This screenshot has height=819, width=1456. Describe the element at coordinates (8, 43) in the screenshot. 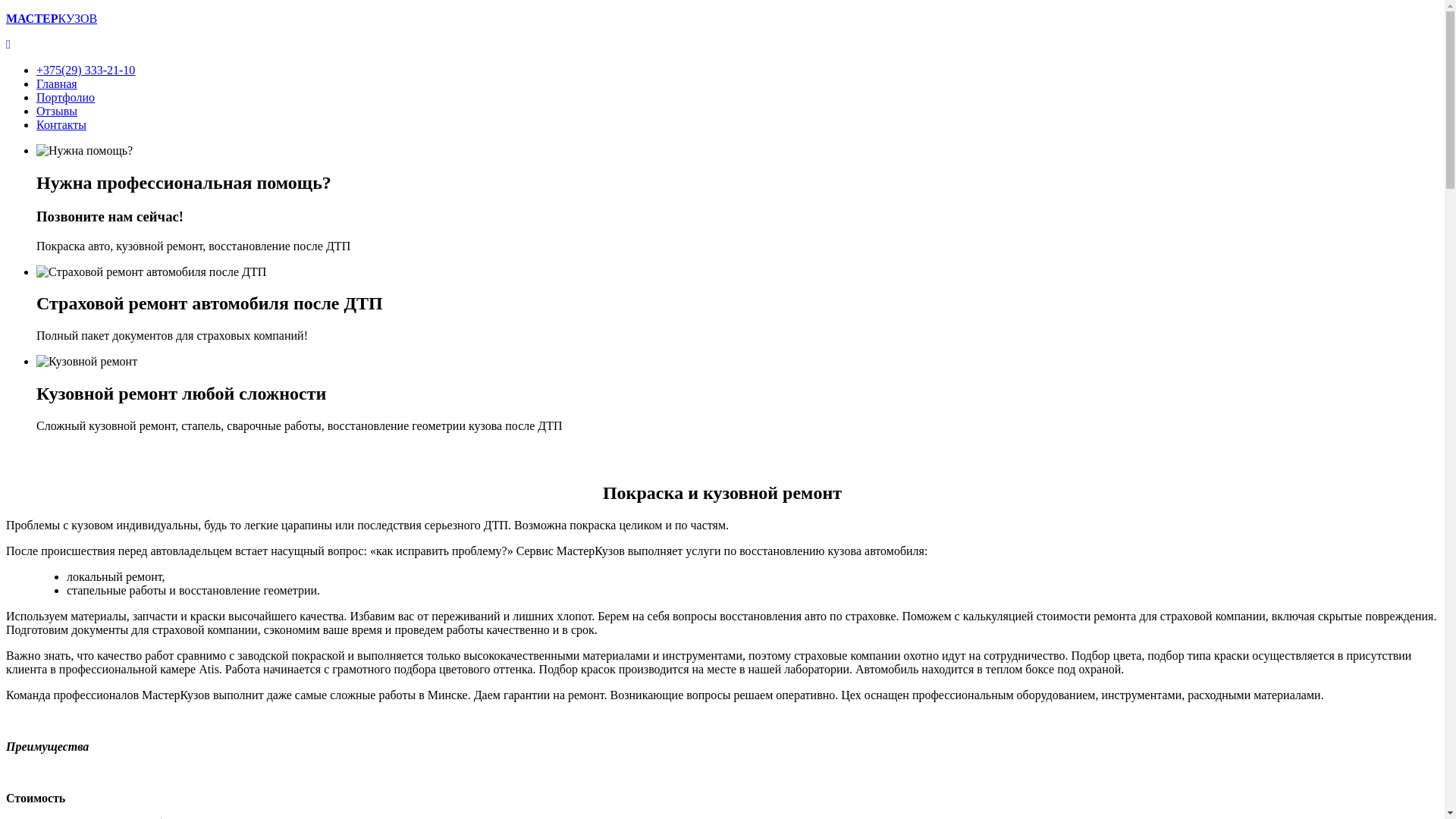

I see `'Main Menu'` at that location.